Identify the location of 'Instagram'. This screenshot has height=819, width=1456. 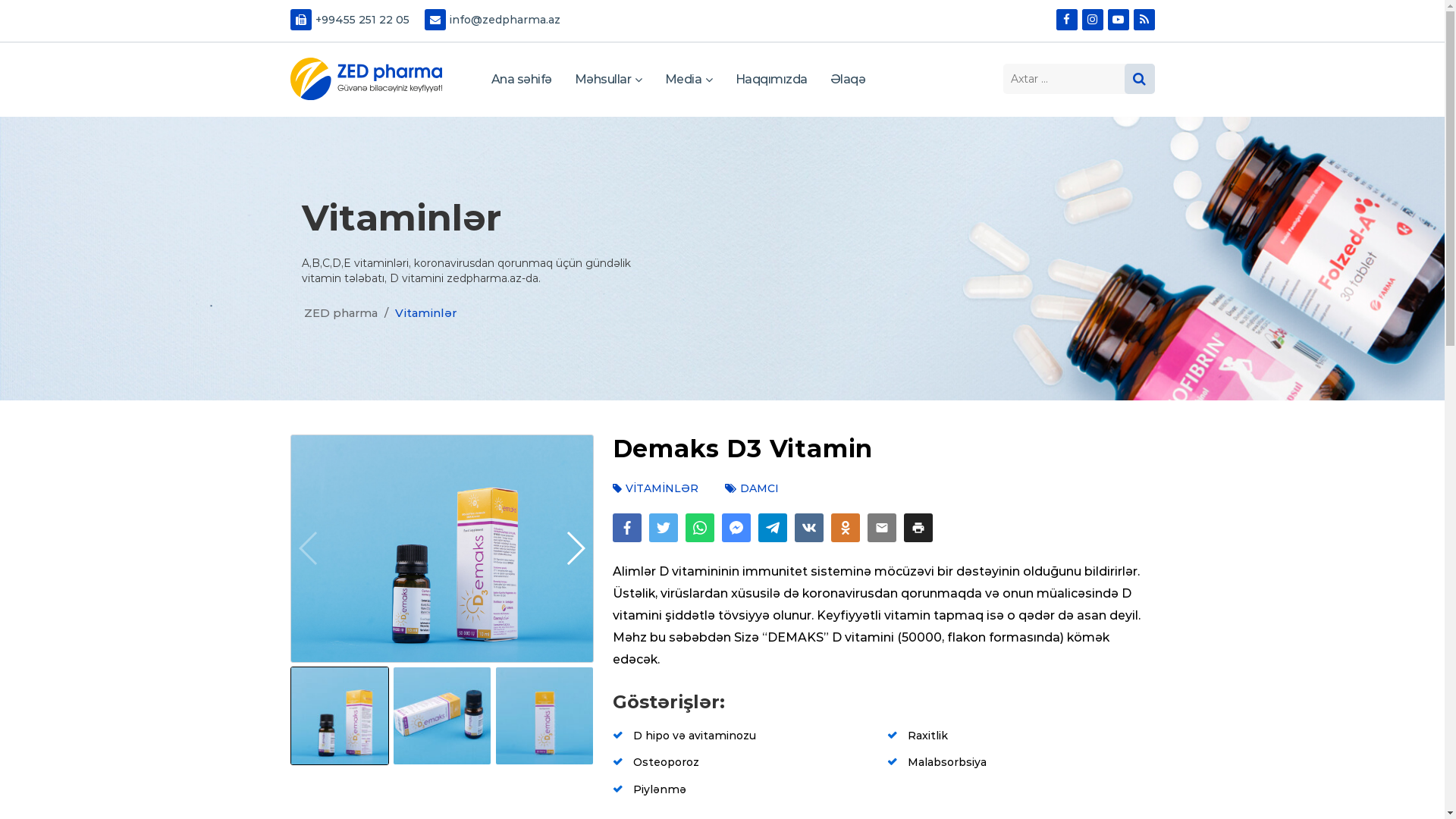
(1092, 20).